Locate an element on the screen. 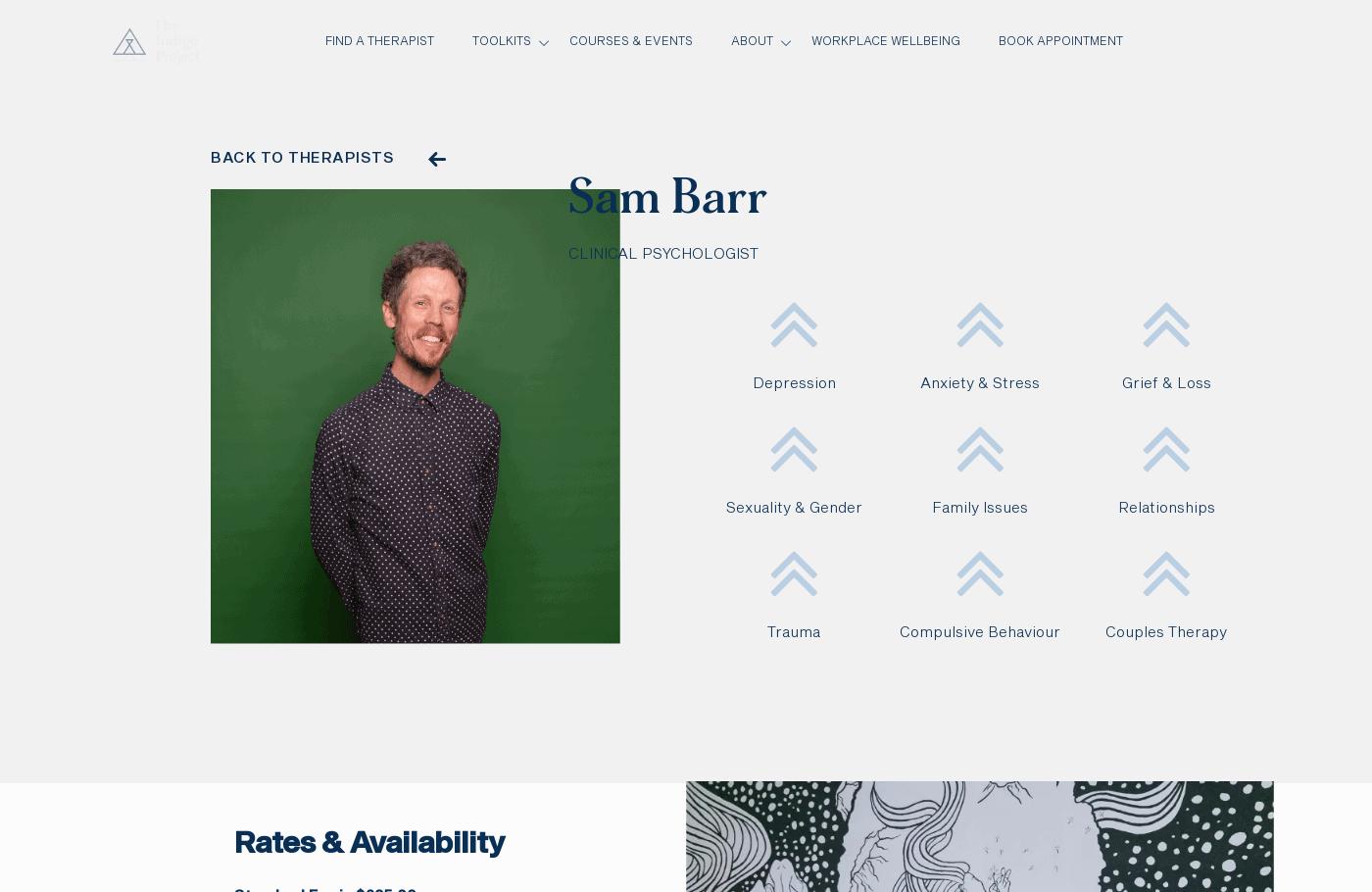  'Courses & Events' is located at coordinates (630, 41).